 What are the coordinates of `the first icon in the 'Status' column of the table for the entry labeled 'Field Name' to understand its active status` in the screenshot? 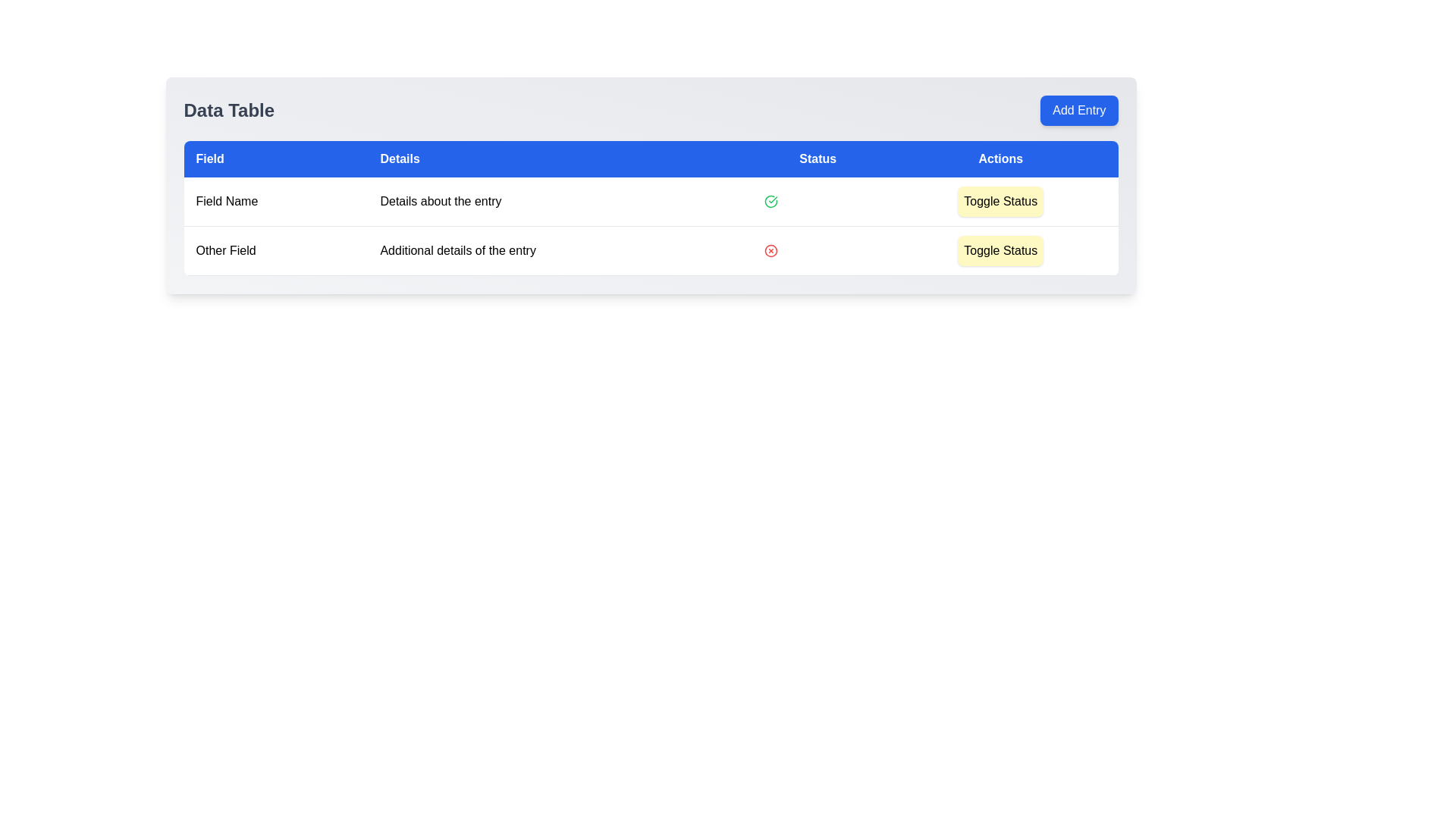 It's located at (771, 201).